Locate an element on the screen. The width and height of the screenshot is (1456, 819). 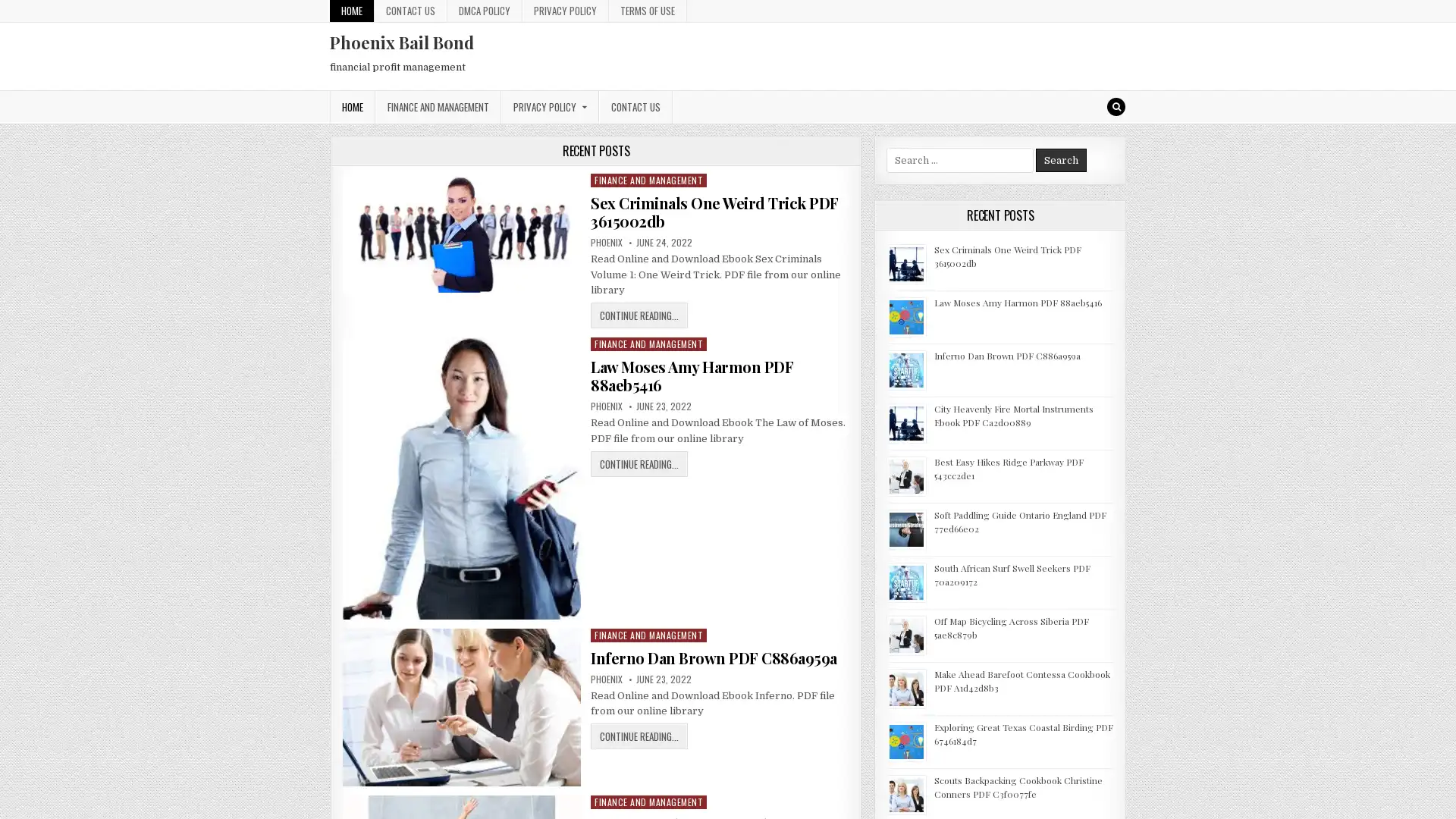
Search is located at coordinates (1060, 160).